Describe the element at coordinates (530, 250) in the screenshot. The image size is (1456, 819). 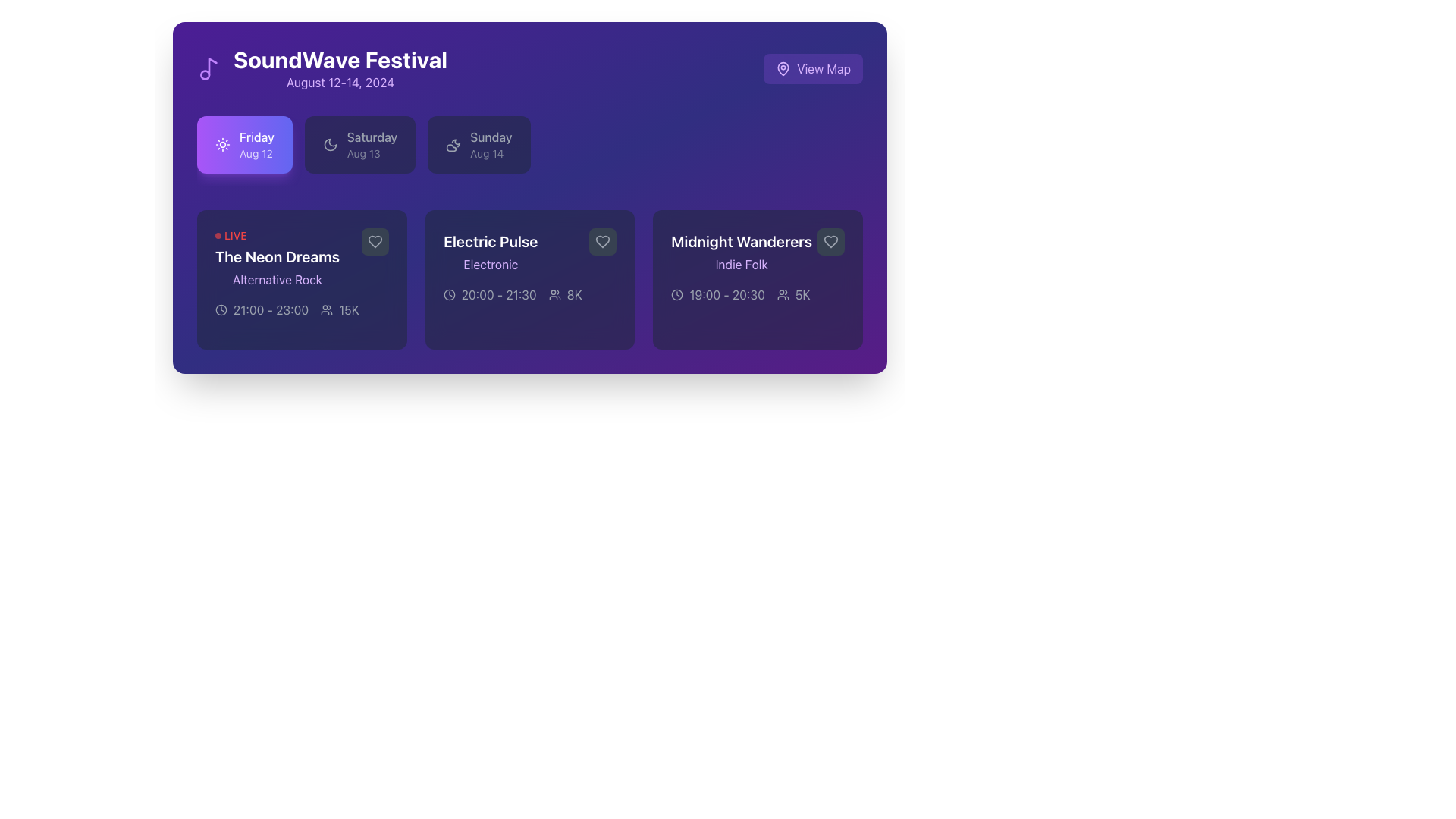
I see `text content of the Text Block that displays 'Electric Pulse' in bold white font and 'Electronic' in light purple font, located in the second event card under the 'Friday, Aug 12' section of the 'SoundWave Festival' interface` at that location.